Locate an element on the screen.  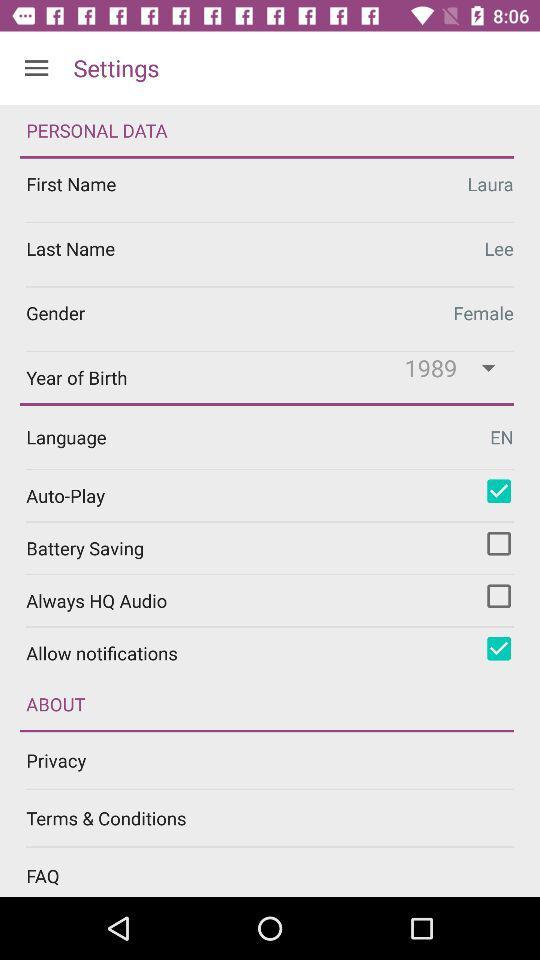
autoplay option is located at coordinates (498, 490).